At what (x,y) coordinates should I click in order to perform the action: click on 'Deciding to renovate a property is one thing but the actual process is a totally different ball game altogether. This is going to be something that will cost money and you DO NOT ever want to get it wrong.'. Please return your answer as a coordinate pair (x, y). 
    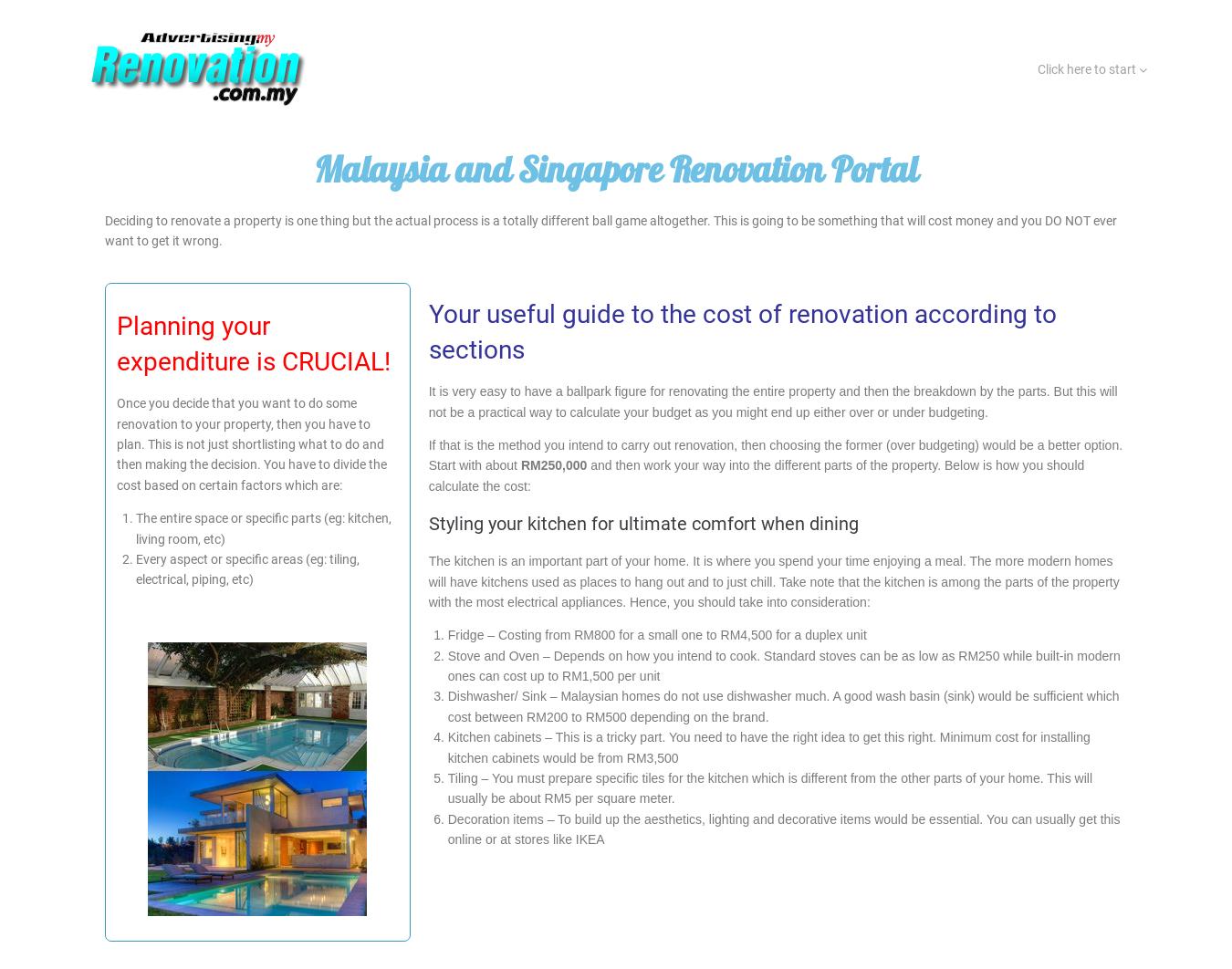
    Looking at the image, I should click on (611, 230).